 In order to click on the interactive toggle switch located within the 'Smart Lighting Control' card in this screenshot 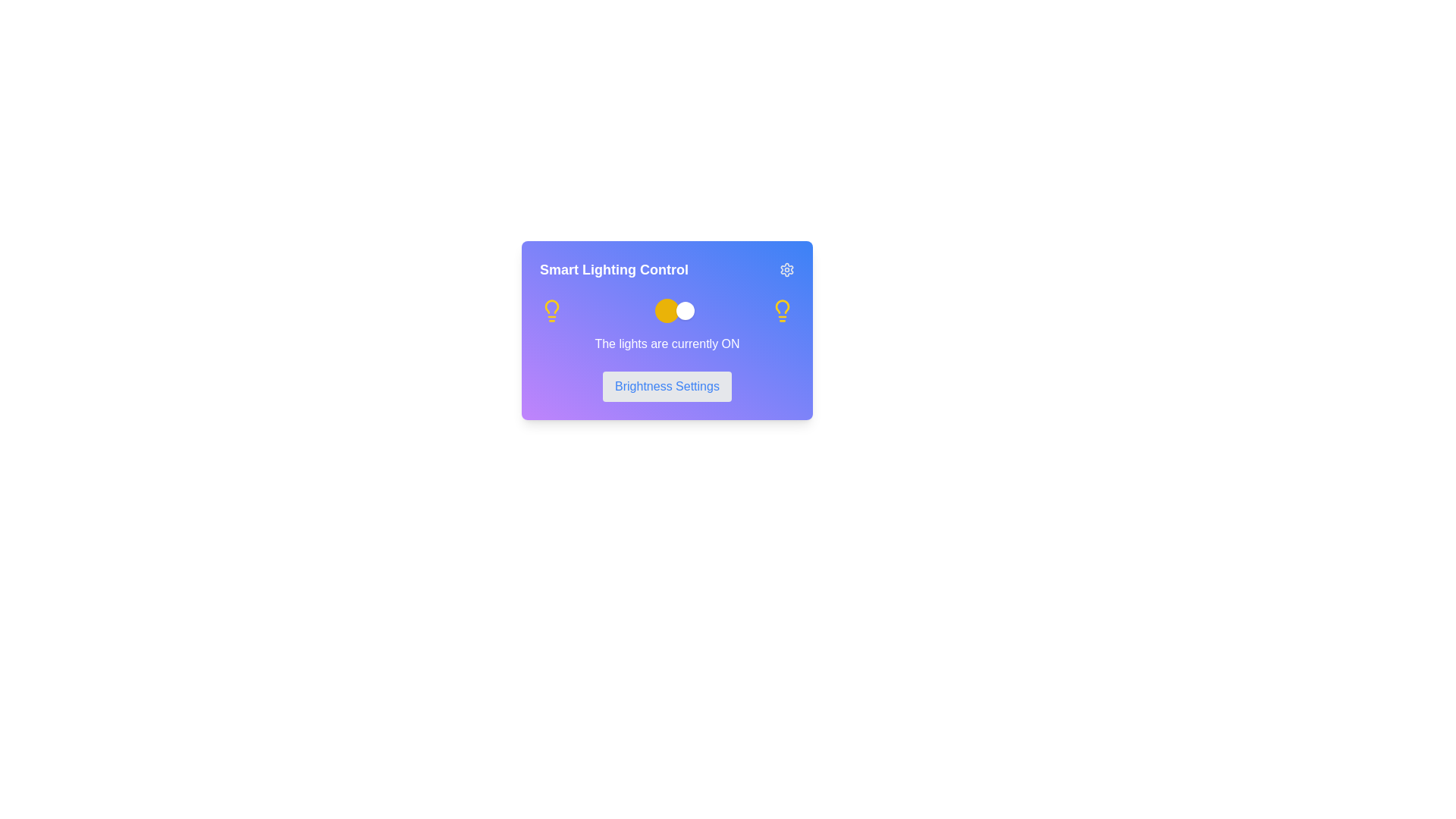, I will do `click(667, 309)`.